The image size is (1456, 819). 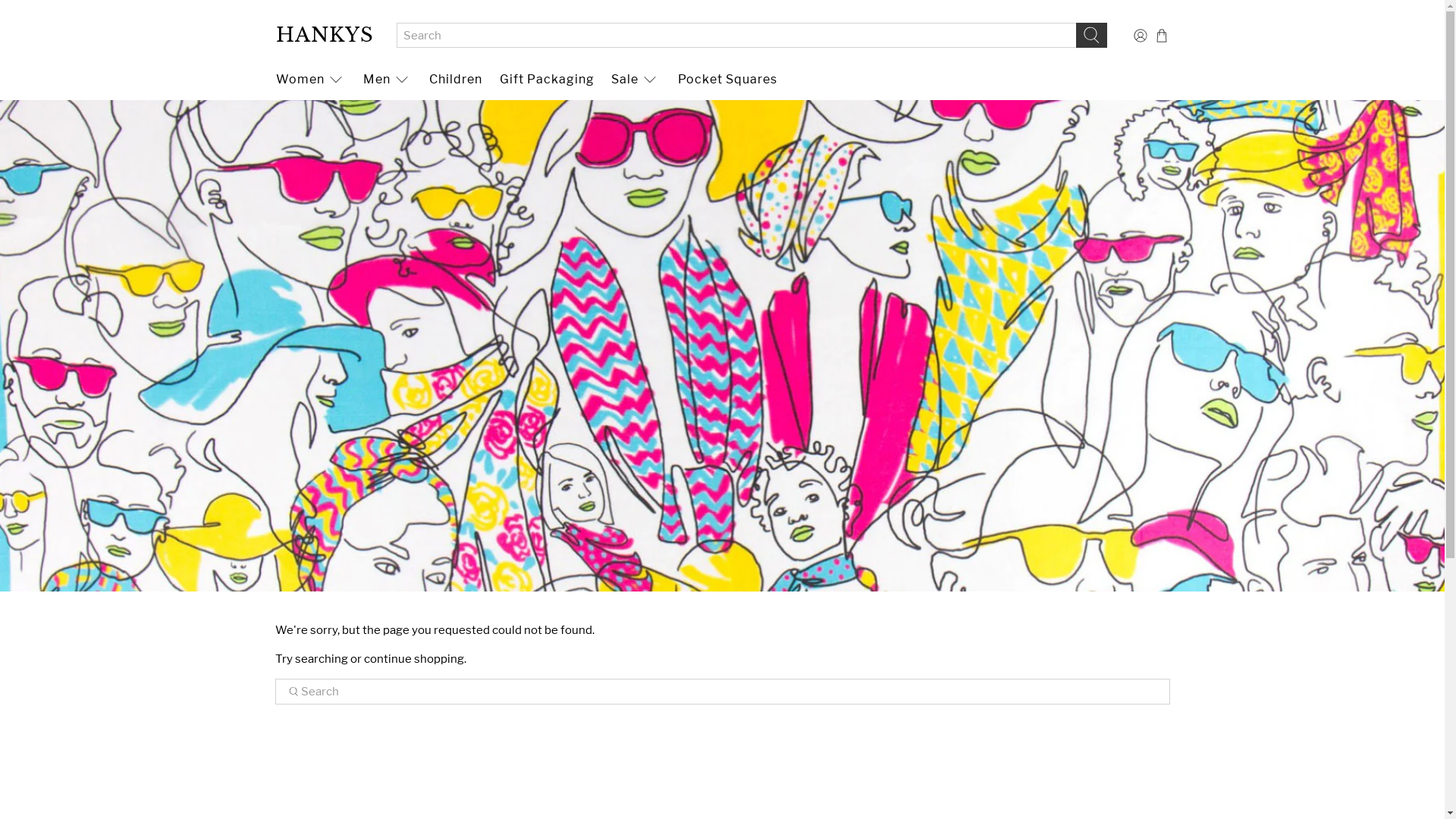 I want to click on 'Gift Packaging', so click(x=546, y=79).